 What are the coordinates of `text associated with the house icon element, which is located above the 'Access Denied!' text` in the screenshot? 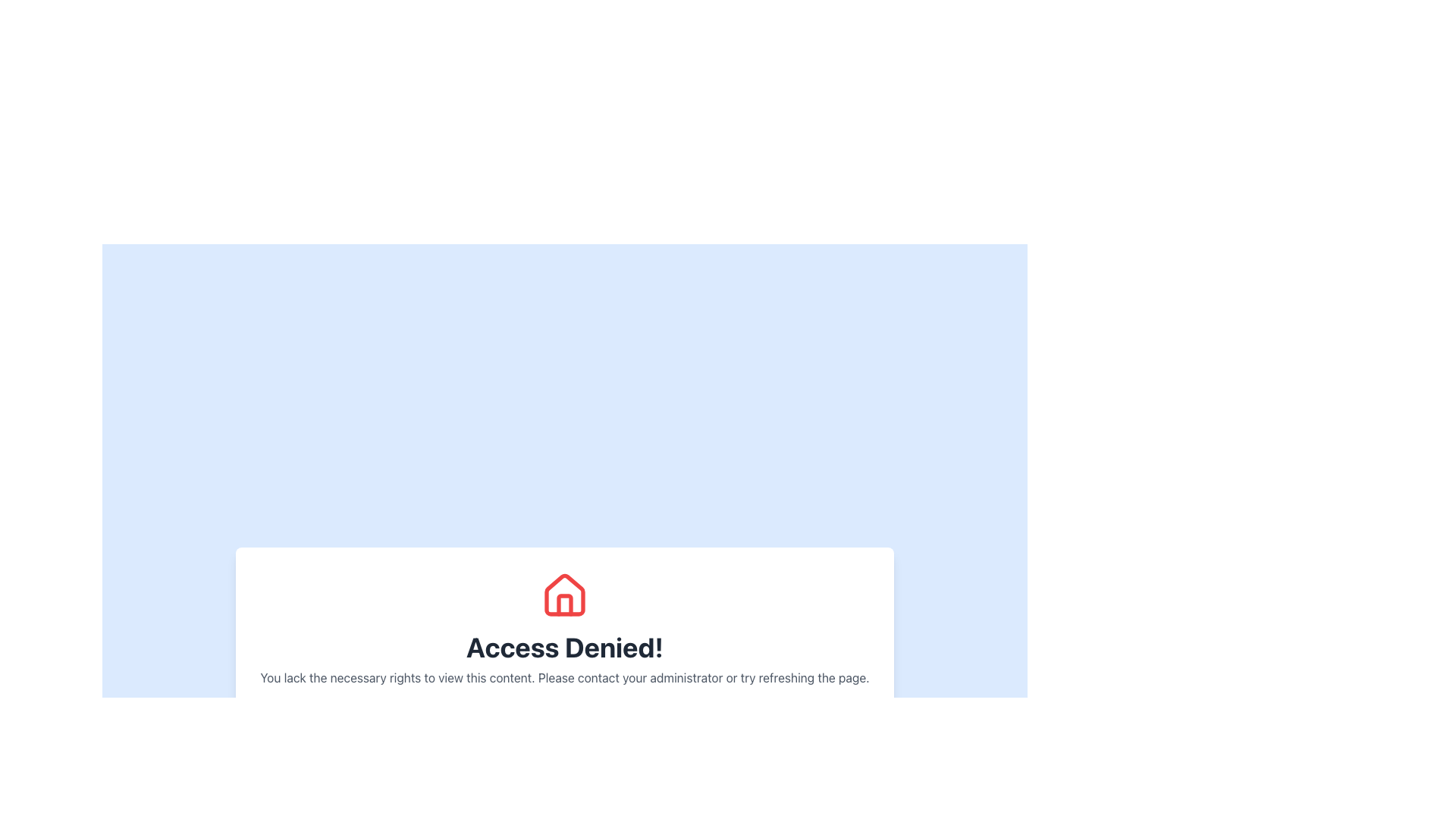 It's located at (563, 594).